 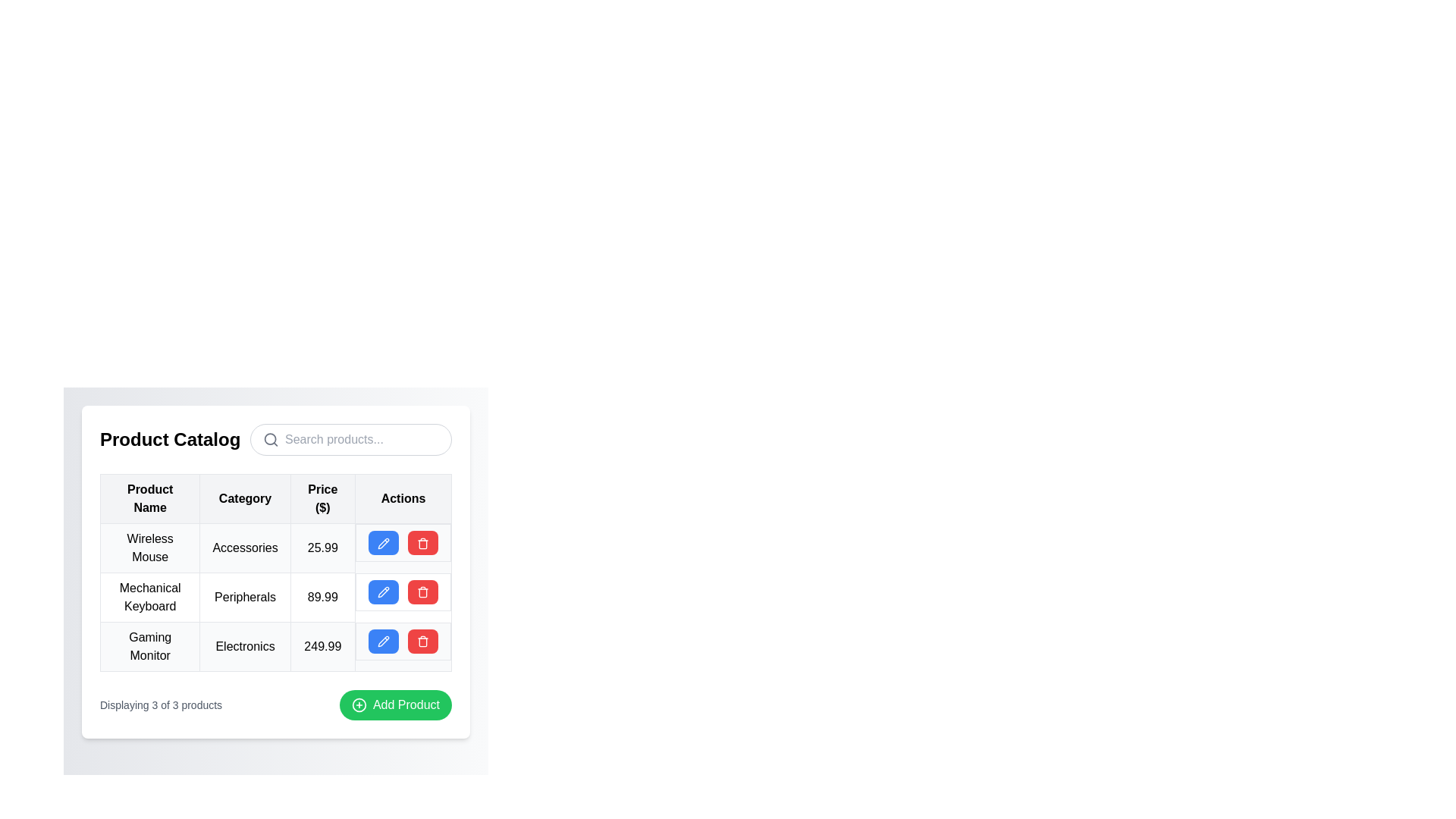 I want to click on the edit button located in the 'Actions' column of the row labeled 'Mechanical Keyboard' to modify details, so click(x=403, y=591).